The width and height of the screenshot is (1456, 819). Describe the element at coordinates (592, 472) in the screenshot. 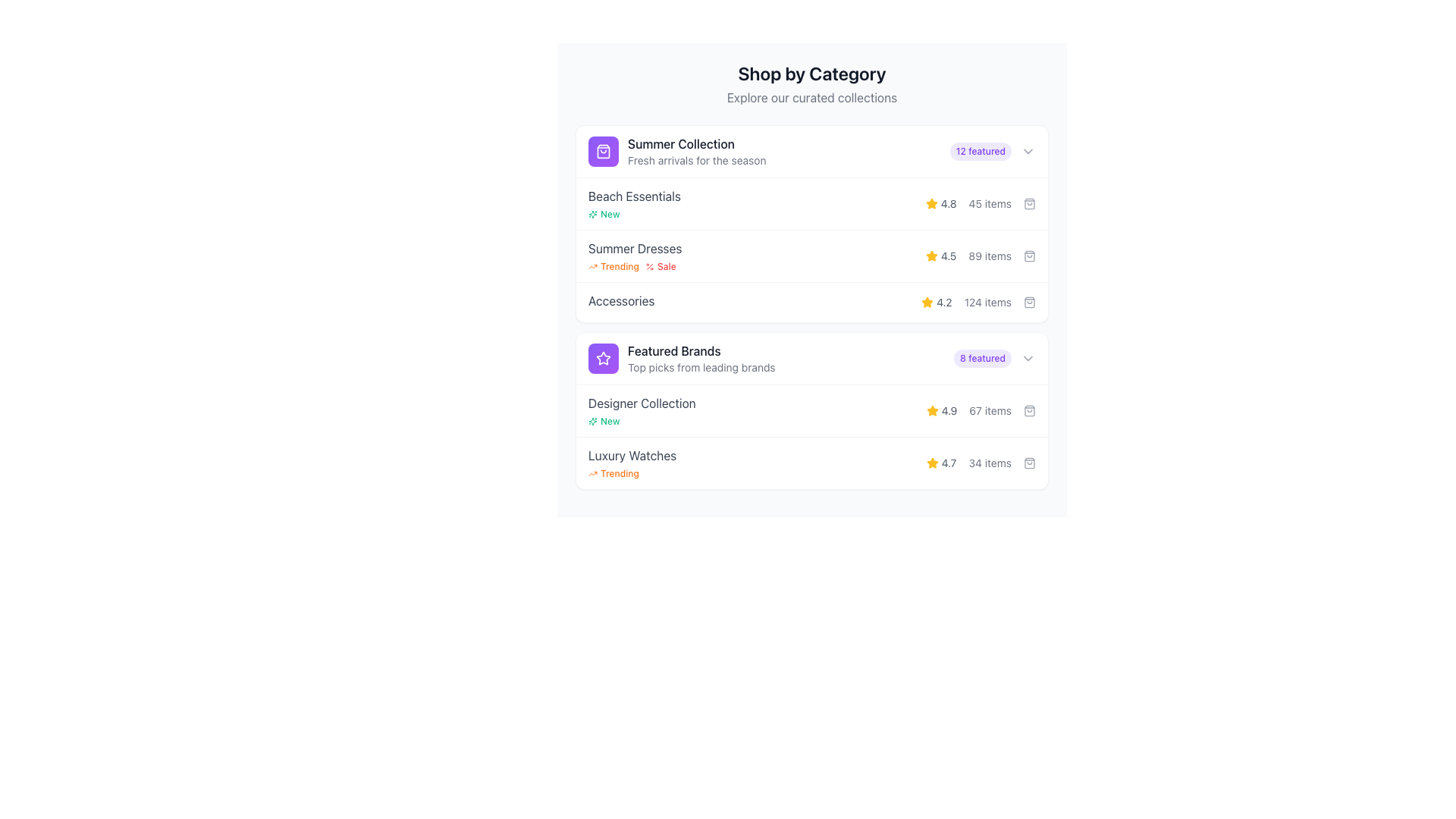

I see `the 'trending' status icon located to the left of the 'Trending' label, which is styled with an orange theme` at that location.